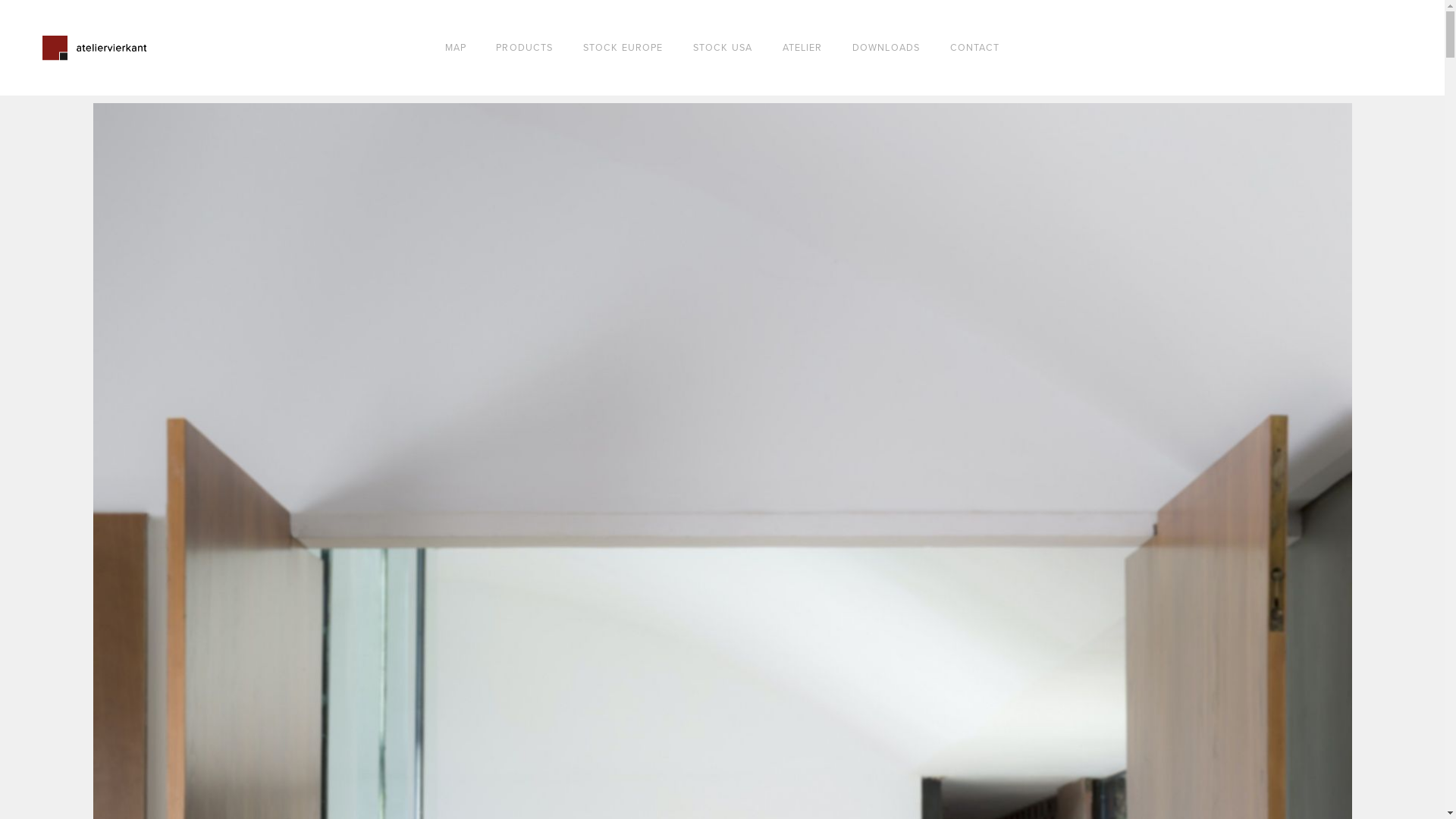  What do you see at coordinates (524, 47) in the screenshot?
I see `'PRODUCTS'` at bounding box center [524, 47].